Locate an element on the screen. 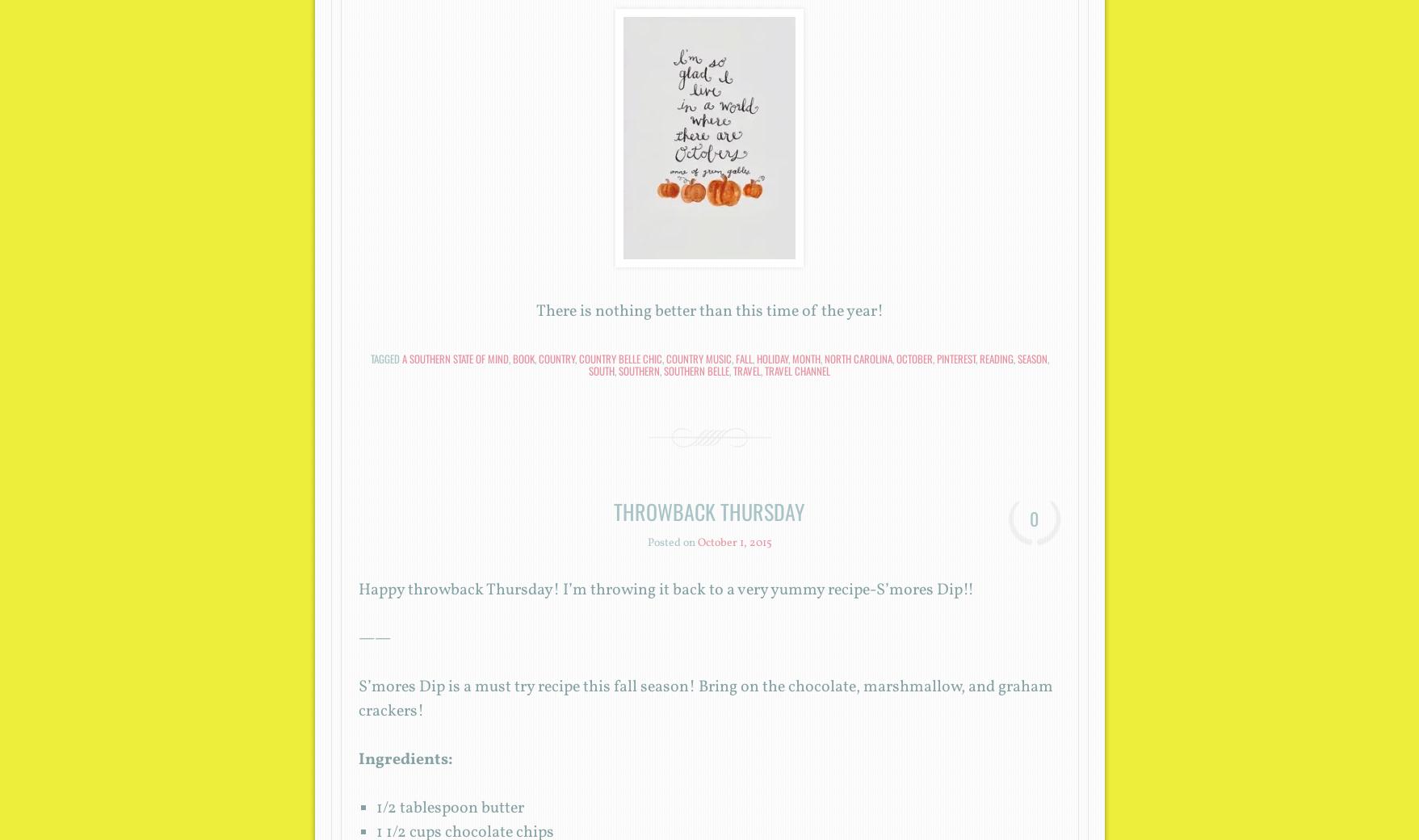 The image size is (1419, 840). 'pinterest' is located at coordinates (954, 358).